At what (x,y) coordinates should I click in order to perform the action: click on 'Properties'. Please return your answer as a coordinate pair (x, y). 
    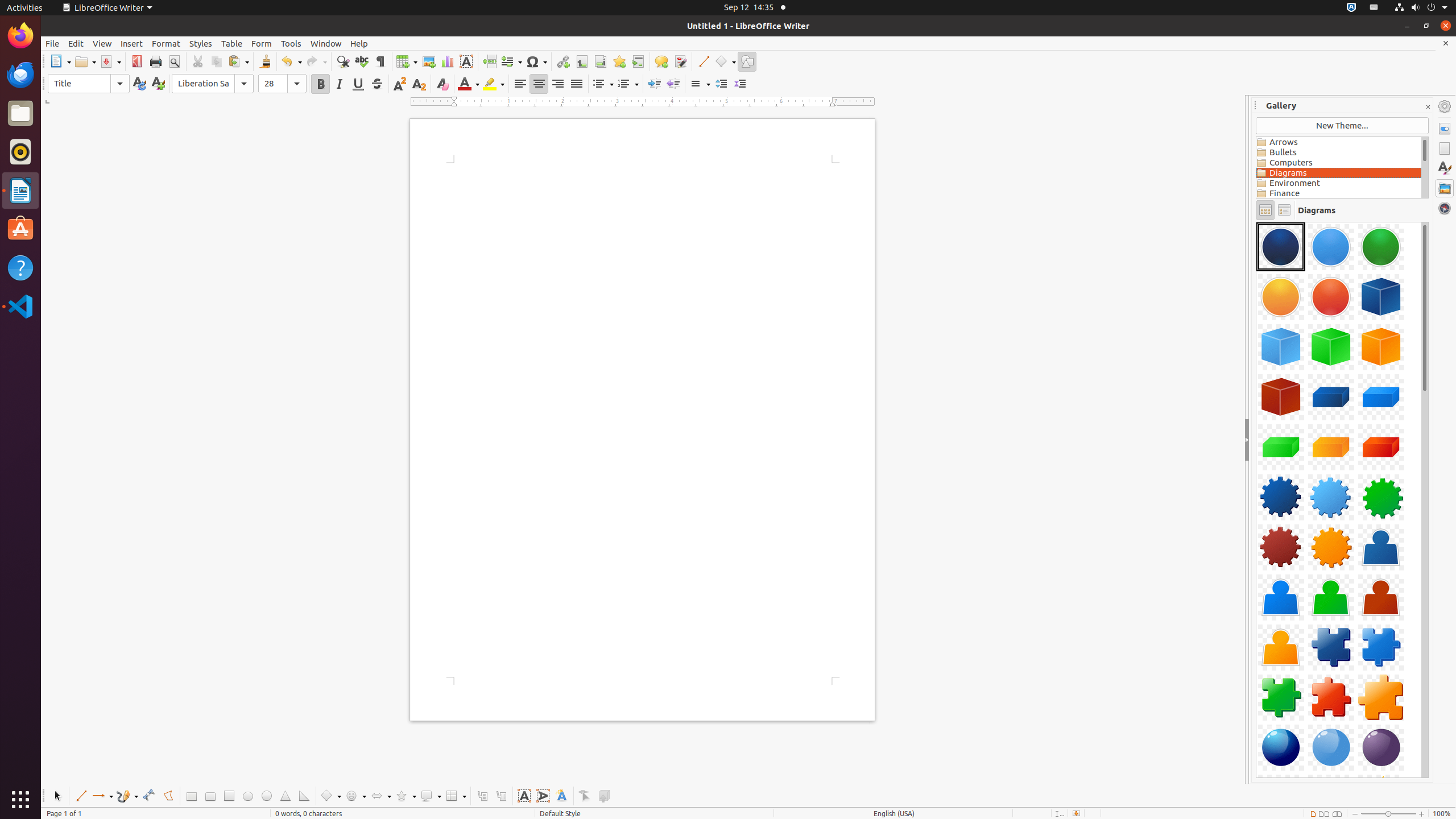
    Looking at the image, I should click on (1444, 128).